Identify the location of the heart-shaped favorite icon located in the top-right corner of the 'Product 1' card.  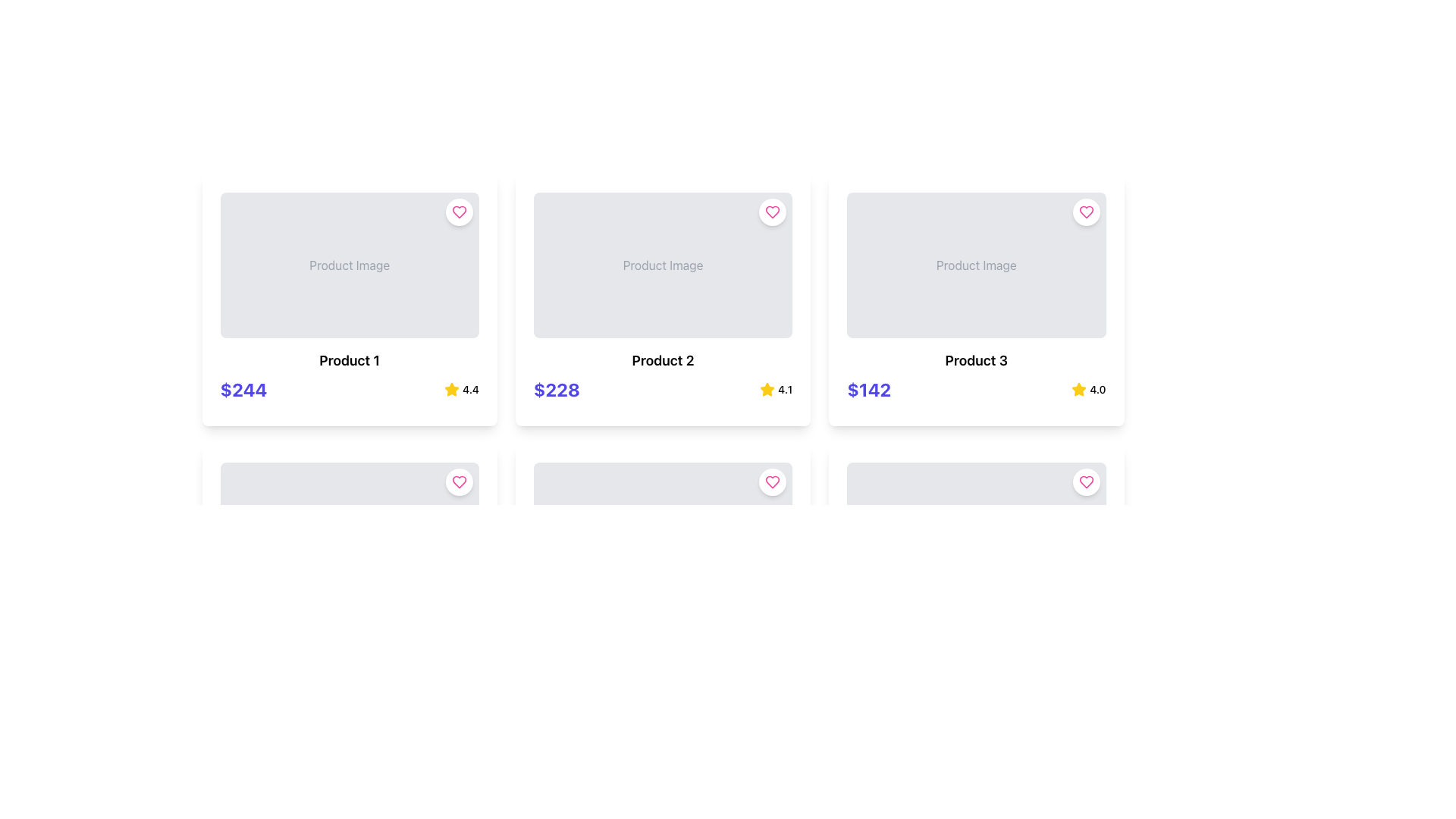
(458, 482).